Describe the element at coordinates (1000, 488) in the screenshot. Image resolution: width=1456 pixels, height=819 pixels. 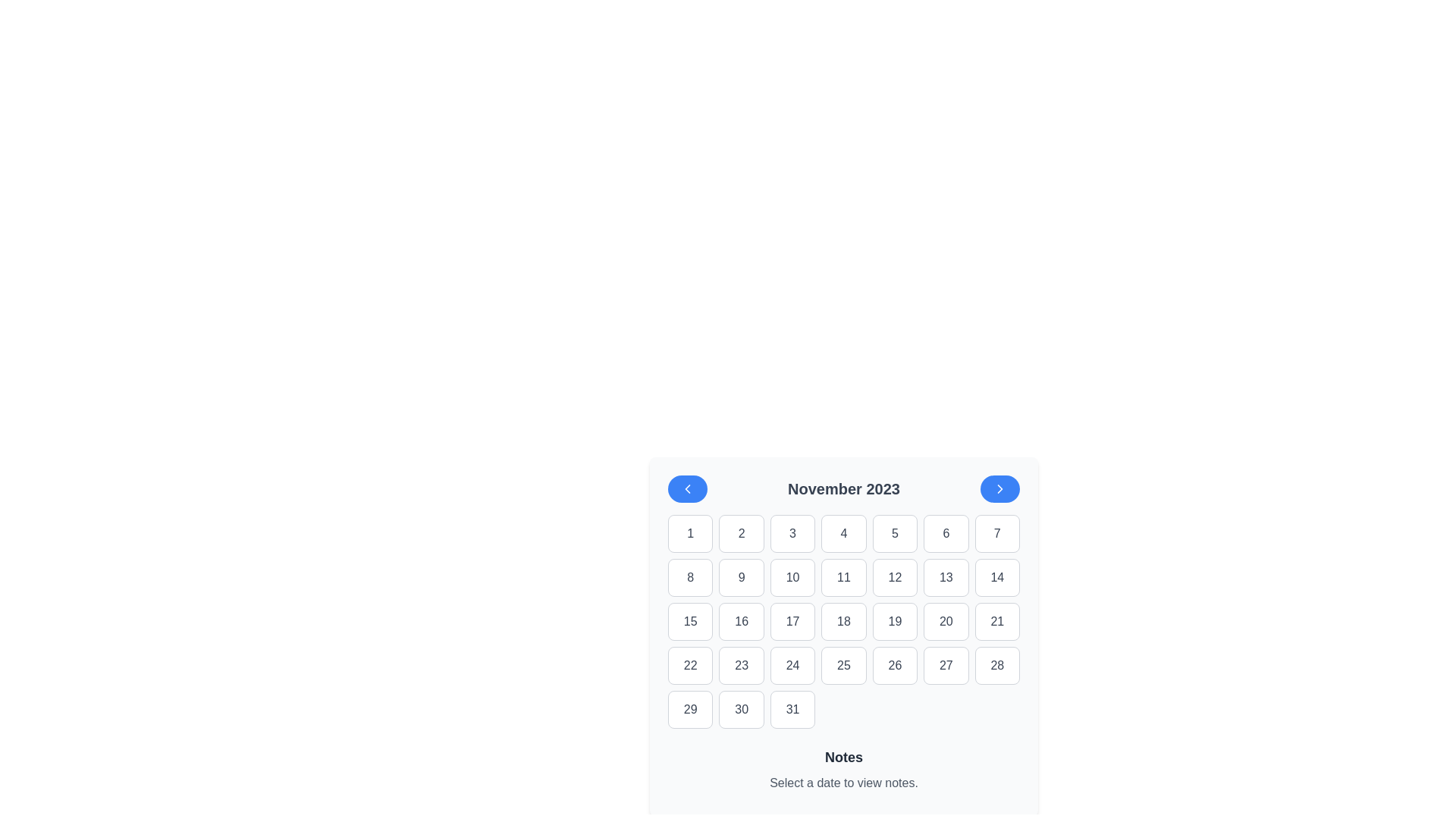
I see `the rightward-facing chevron arrow icon inside the blue circular button located at the top-right corner of the calendar interface` at that location.